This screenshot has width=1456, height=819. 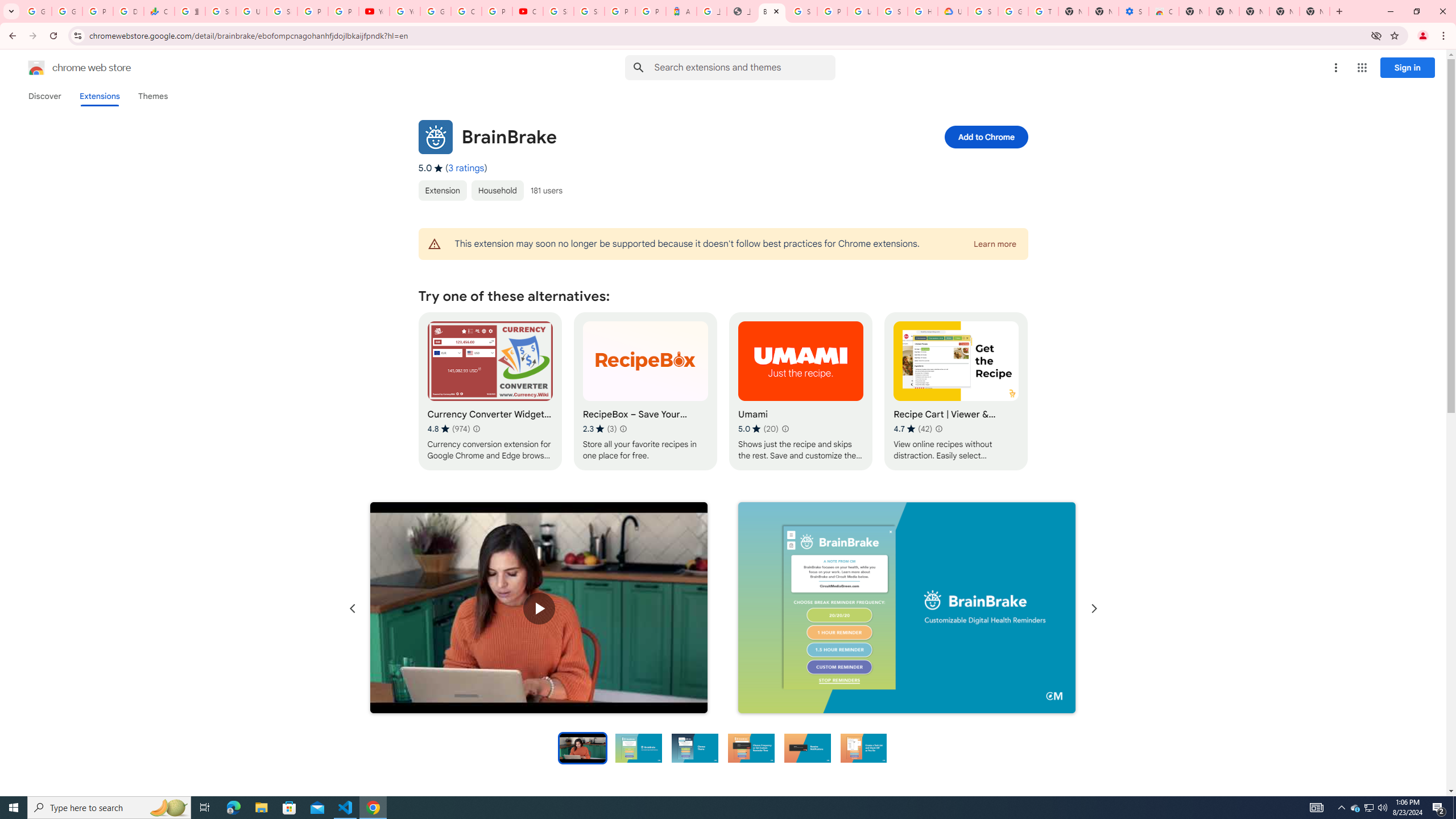 I want to click on 'Add to Chrome', so click(x=985, y=136).